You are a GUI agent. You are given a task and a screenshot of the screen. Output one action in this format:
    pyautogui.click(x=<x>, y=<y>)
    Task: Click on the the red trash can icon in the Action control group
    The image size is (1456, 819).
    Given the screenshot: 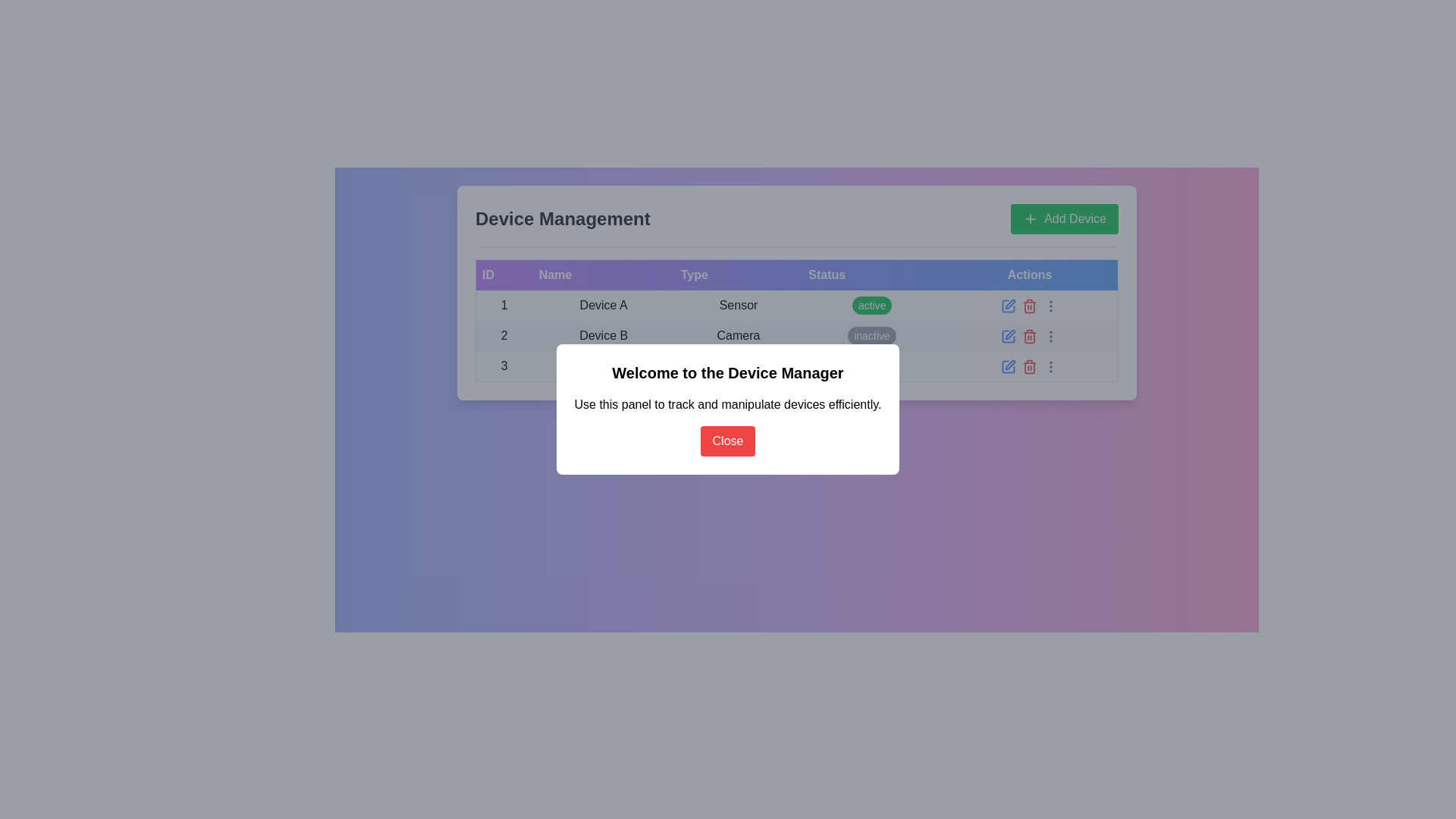 What is the action you would take?
    pyautogui.click(x=1030, y=305)
    